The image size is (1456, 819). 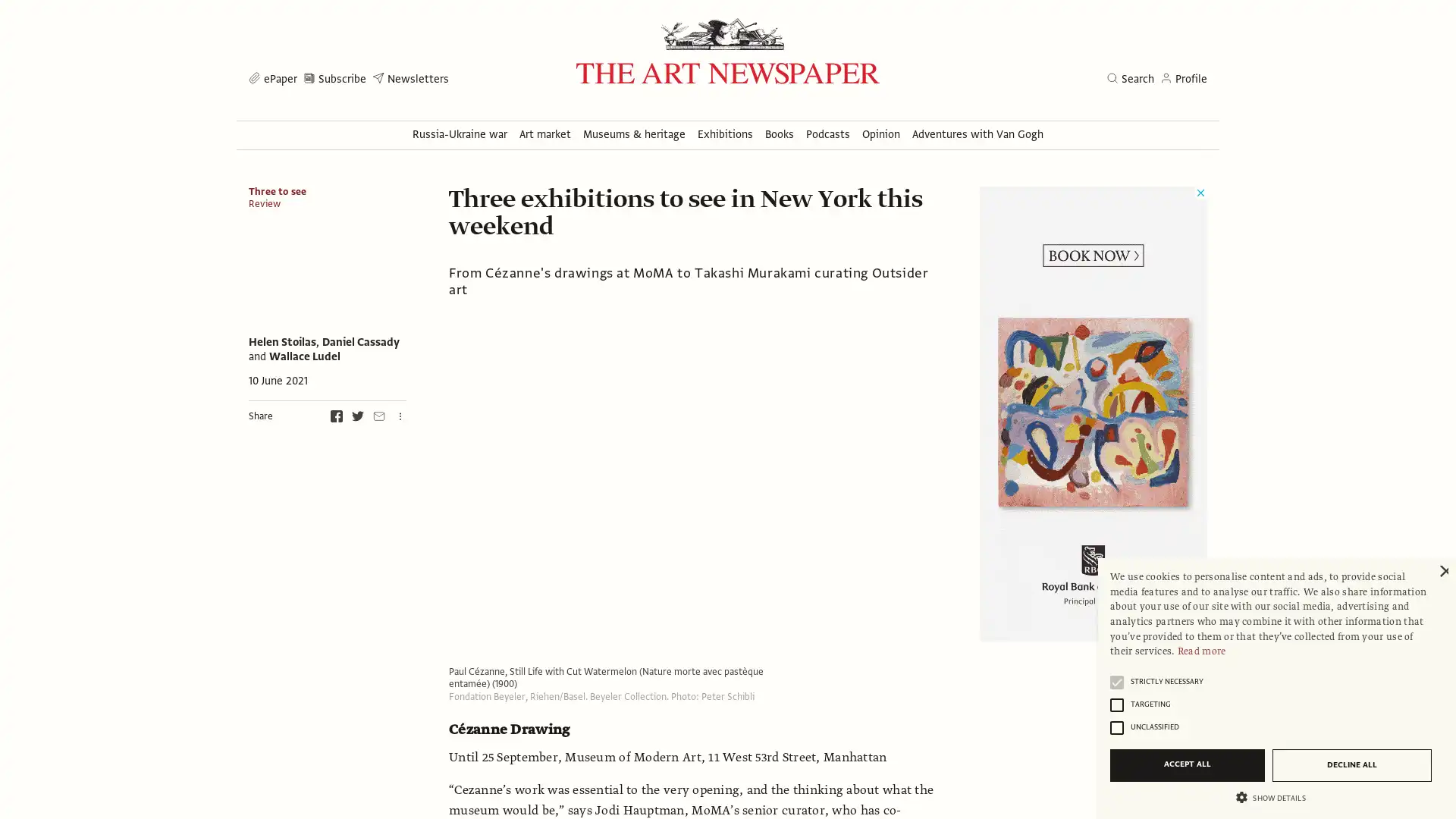 I want to click on Close, so click(x=1442, y=571).